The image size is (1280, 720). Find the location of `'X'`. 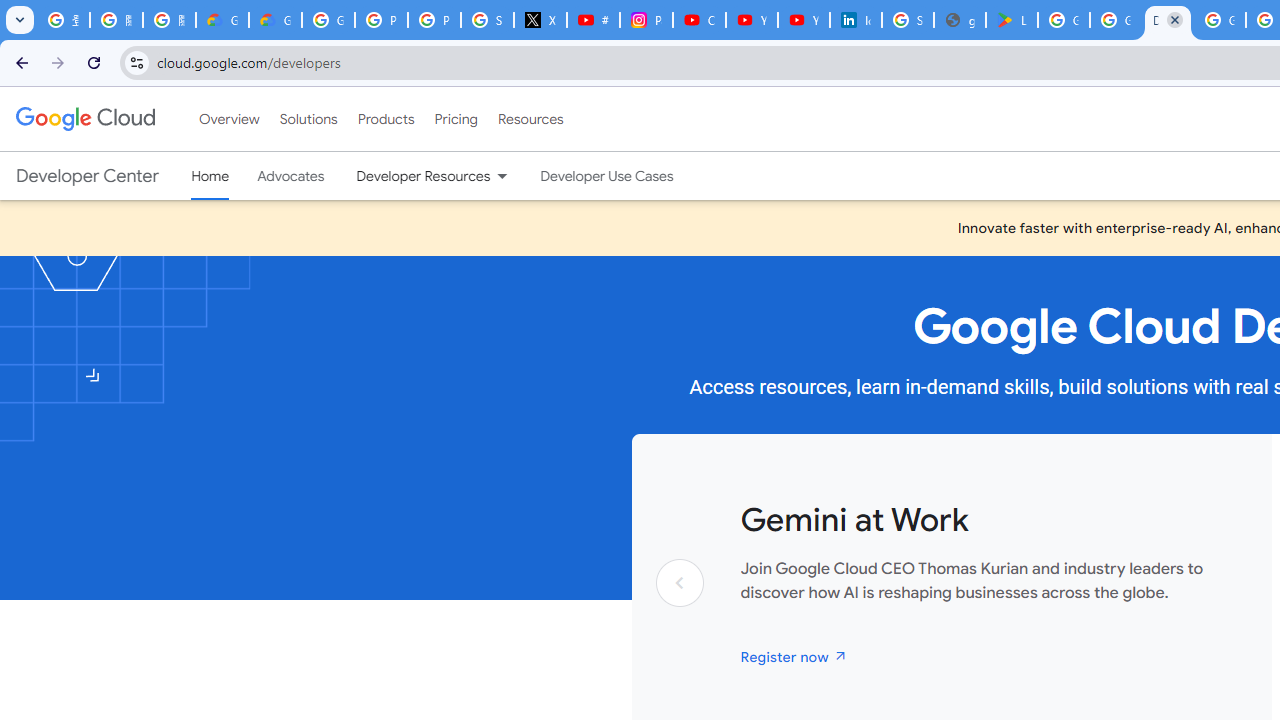

'X' is located at coordinates (540, 20).